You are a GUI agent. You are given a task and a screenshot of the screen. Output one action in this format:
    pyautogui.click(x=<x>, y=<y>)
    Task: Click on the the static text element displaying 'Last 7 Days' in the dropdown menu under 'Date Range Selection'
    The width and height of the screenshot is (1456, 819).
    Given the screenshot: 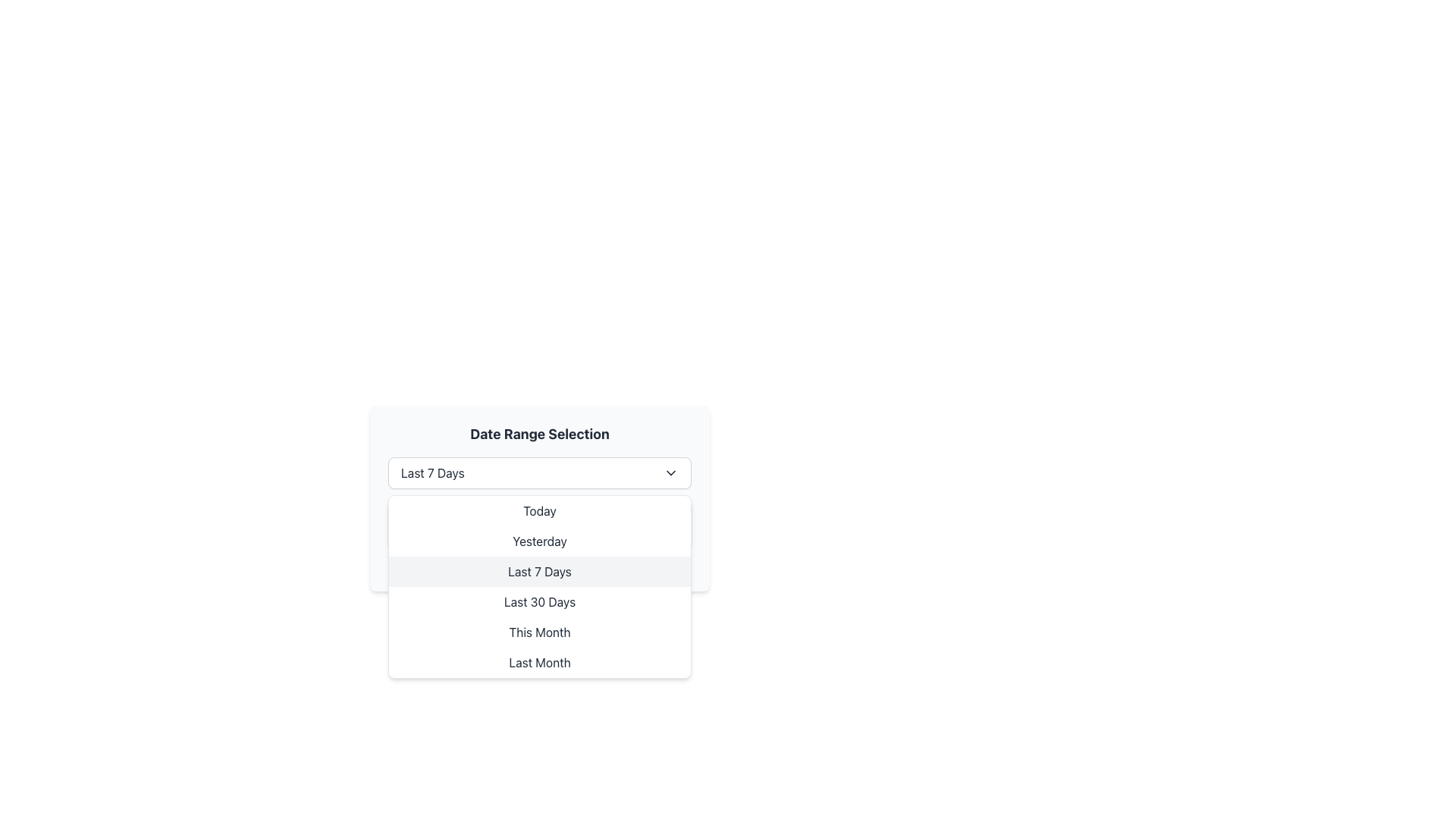 What is the action you would take?
    pyautogui.click(x=431, y=472)
    